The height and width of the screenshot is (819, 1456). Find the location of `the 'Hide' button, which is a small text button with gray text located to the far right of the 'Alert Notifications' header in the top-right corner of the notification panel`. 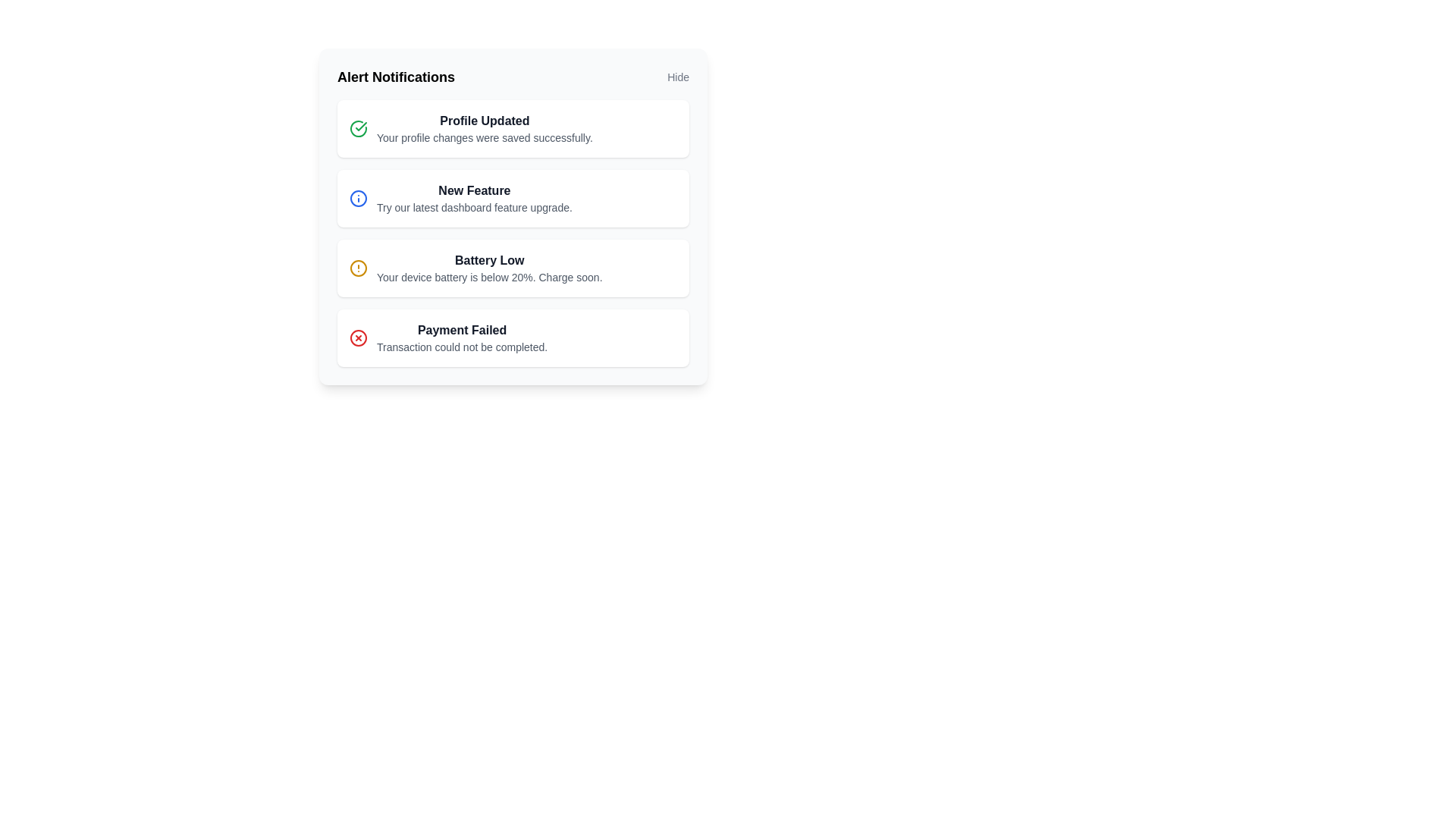

the 'Hide' button, which is a small text button with gray text located to the far right of the 'Alert Notifications' header in the top-right corner of the notification panel is located at coordinates (677, 77).